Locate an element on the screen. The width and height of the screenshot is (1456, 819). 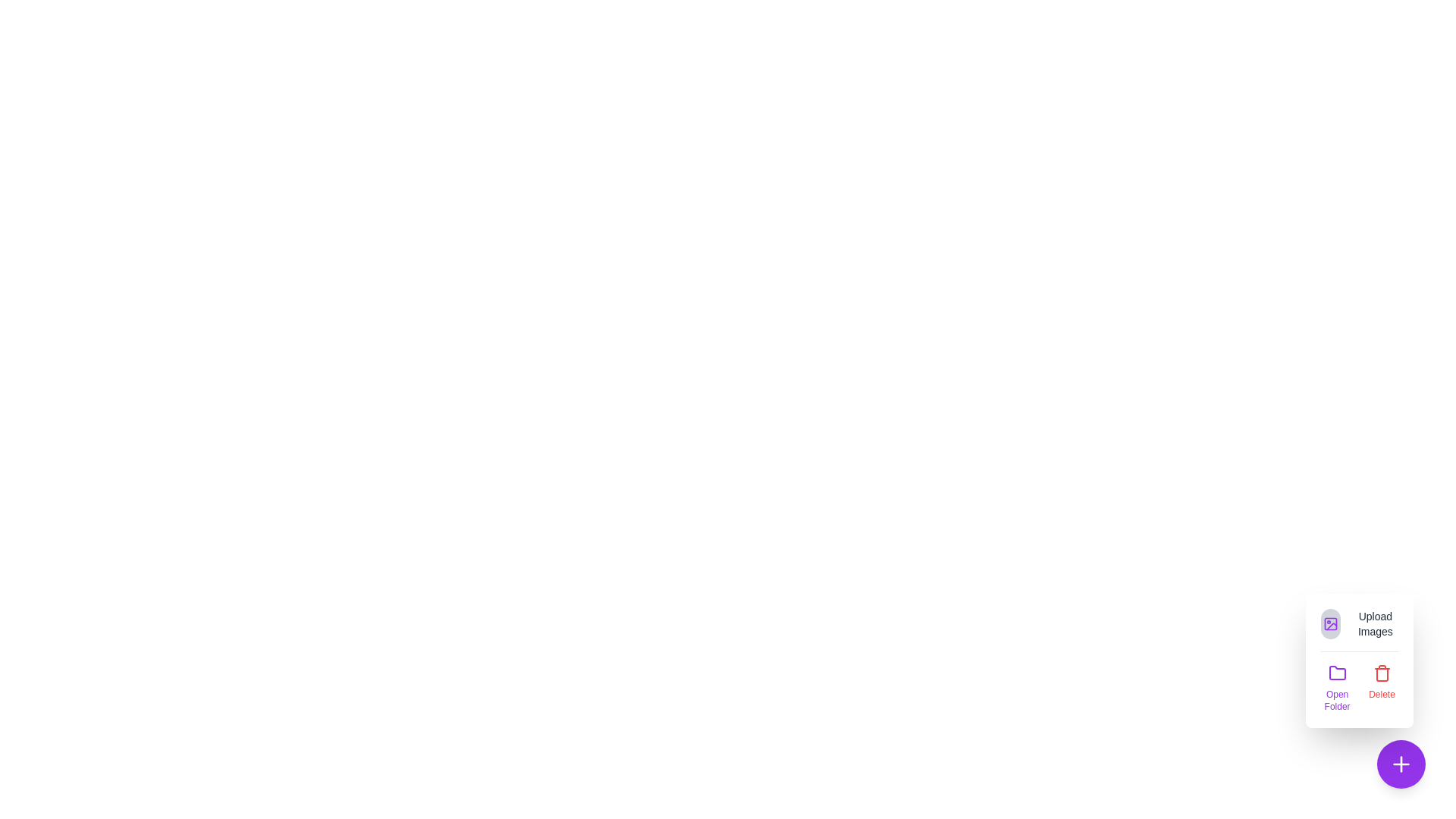
the delete icon located at the bottom-right corner of the interface, which visually represents the delete action and is part of the 'Delete' button is located at coordinates (1382, 672).